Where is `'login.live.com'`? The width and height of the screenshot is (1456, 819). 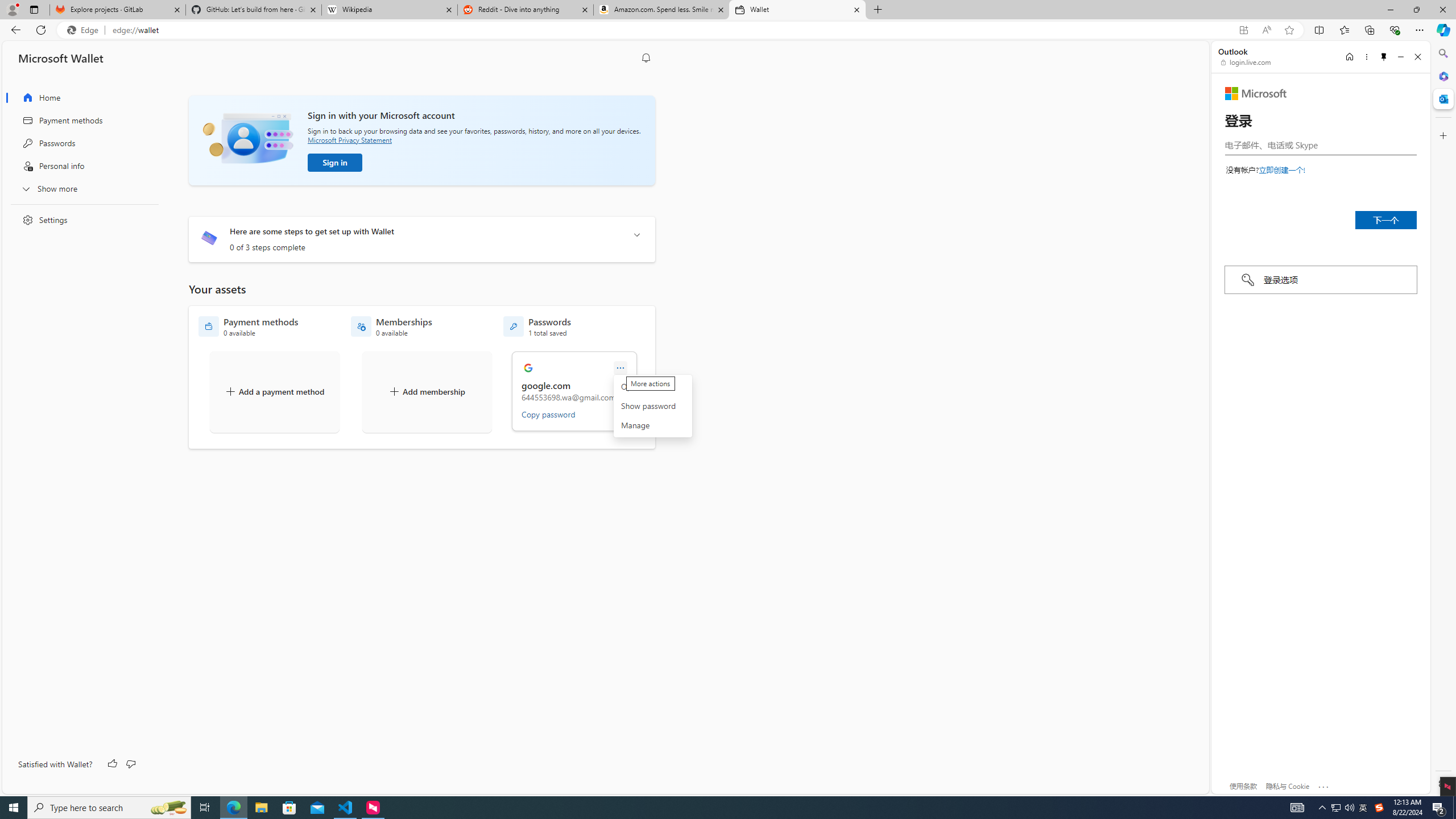
'login.live.com' is located at coordinates (1246, 61).